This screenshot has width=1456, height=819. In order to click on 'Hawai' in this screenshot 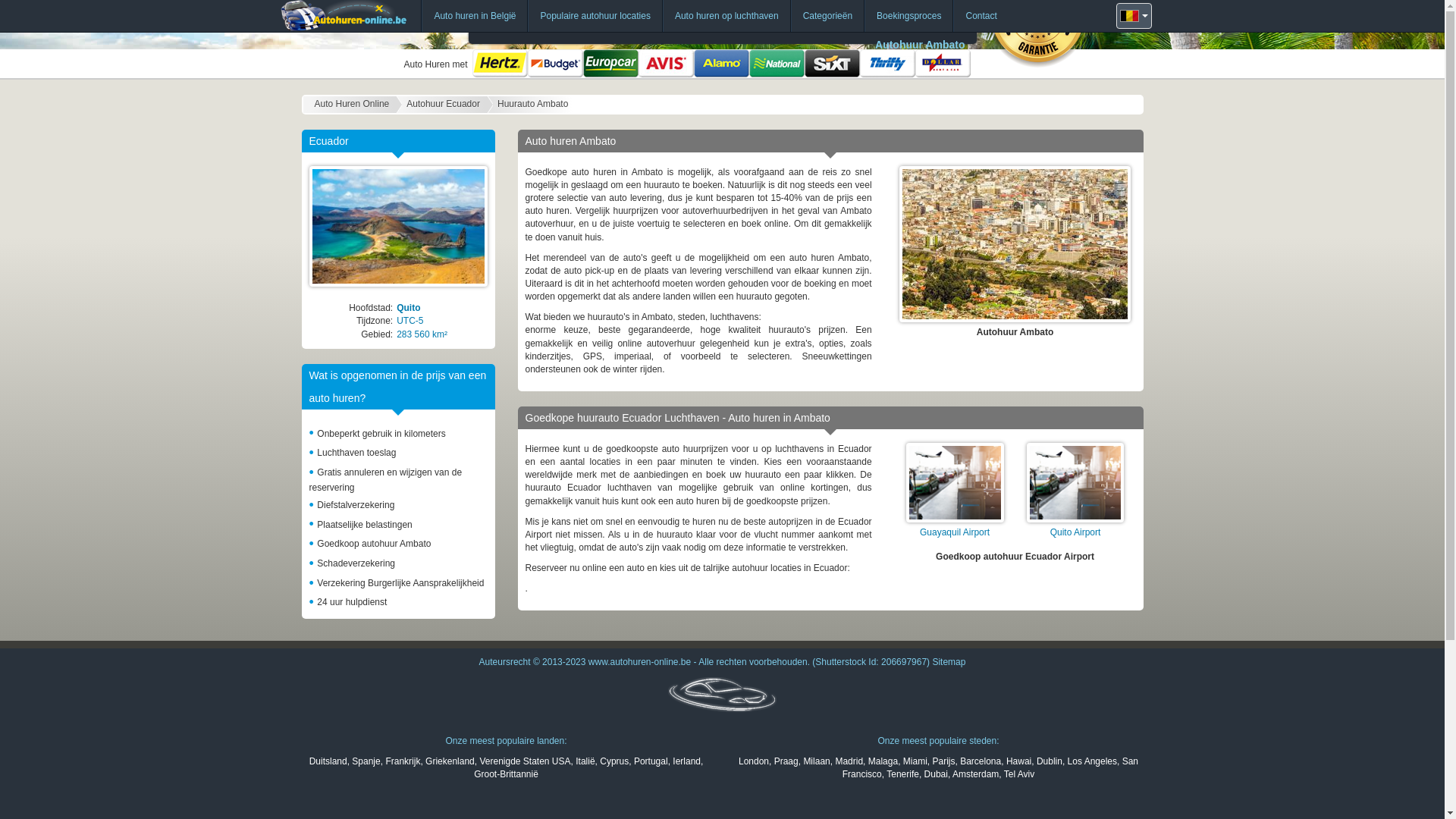, I will do `click(1006, 761)`.